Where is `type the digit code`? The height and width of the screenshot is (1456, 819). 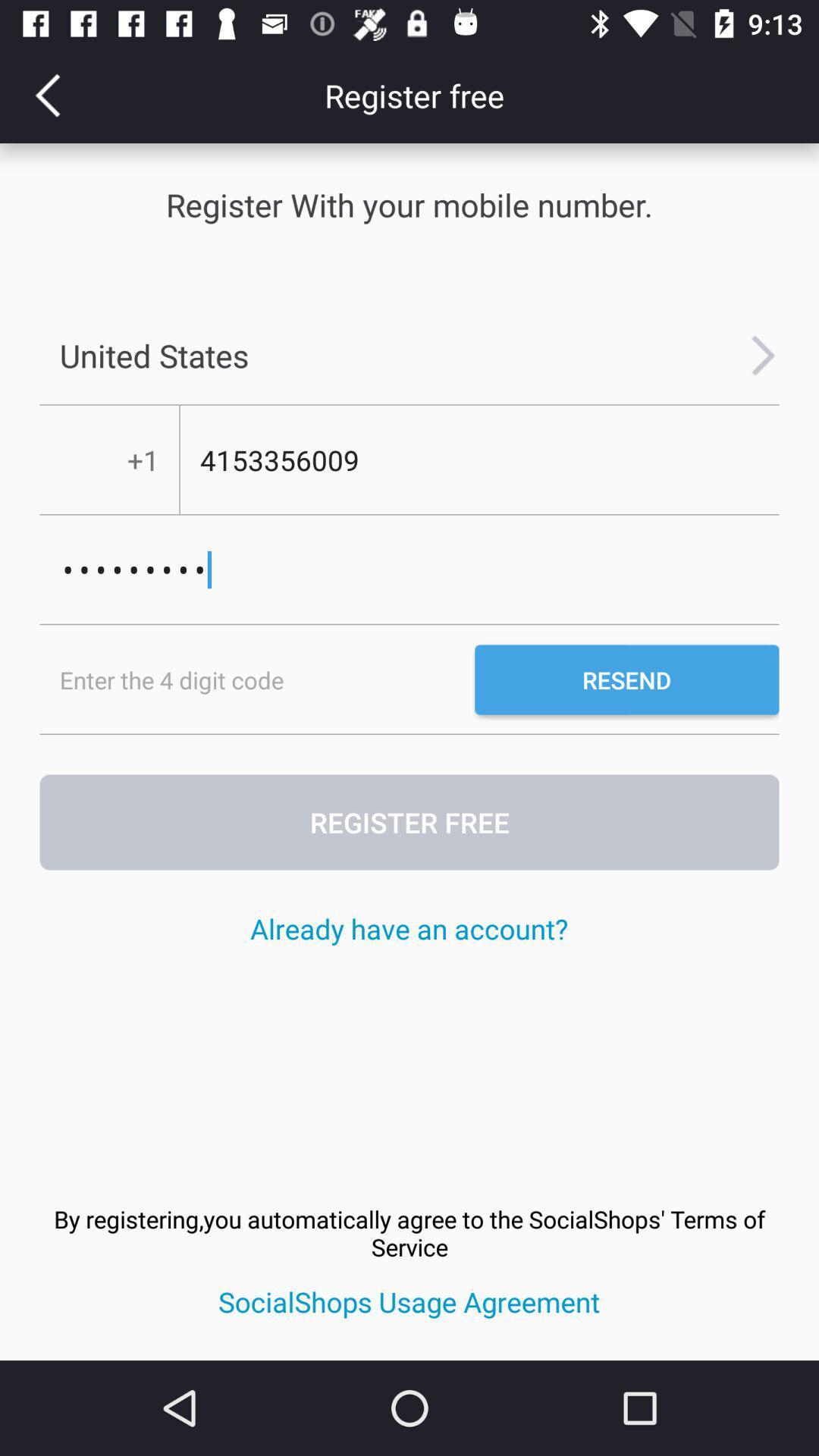 type the digit code is located at coordinates (256, 679).